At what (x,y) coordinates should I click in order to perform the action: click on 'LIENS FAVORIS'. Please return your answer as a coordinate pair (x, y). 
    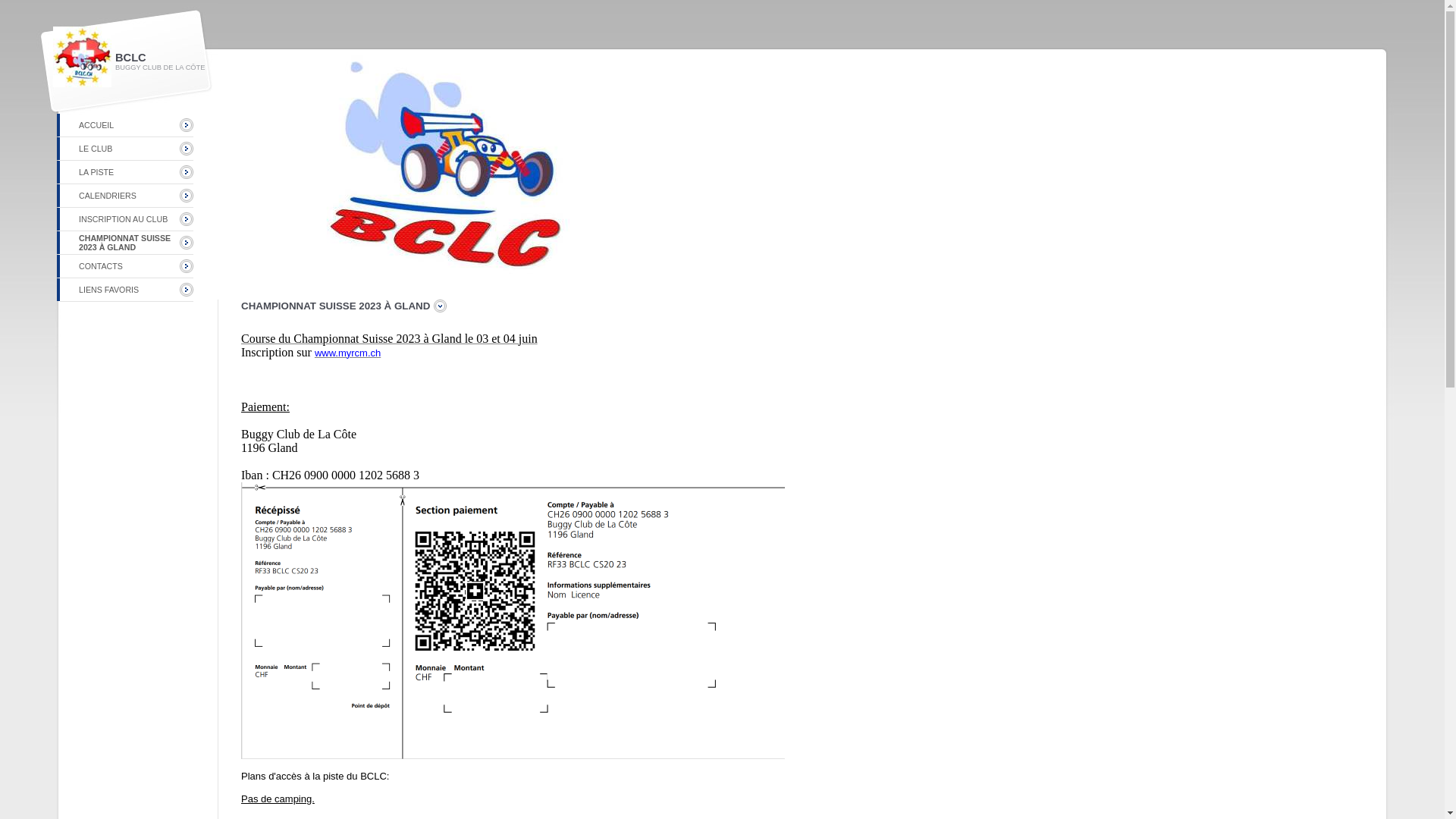
    Looking at the image, I should click on (108, 289).